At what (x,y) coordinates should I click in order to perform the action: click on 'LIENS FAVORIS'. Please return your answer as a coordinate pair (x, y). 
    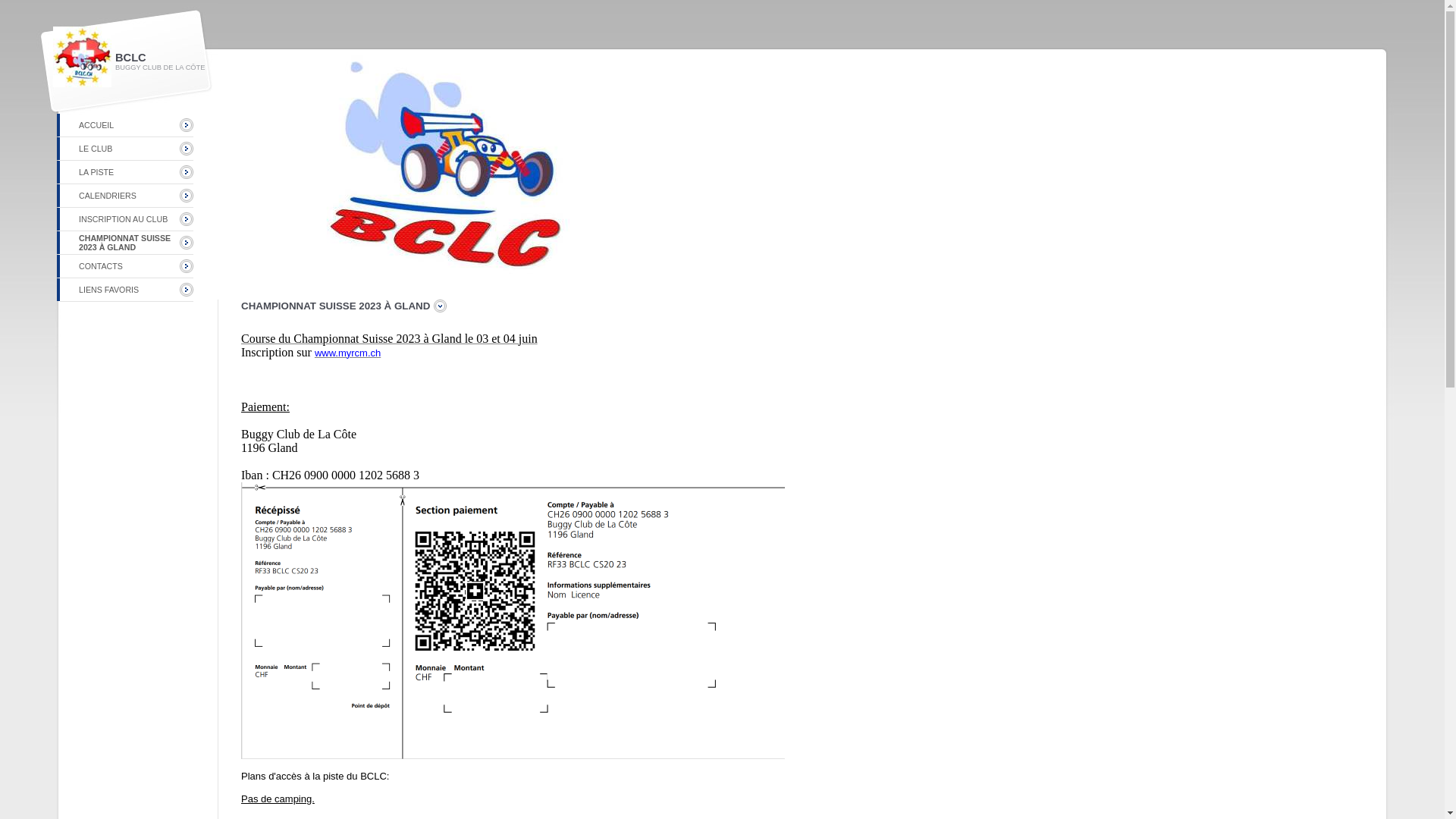
    Looking at the image, I should click on (108, 289).